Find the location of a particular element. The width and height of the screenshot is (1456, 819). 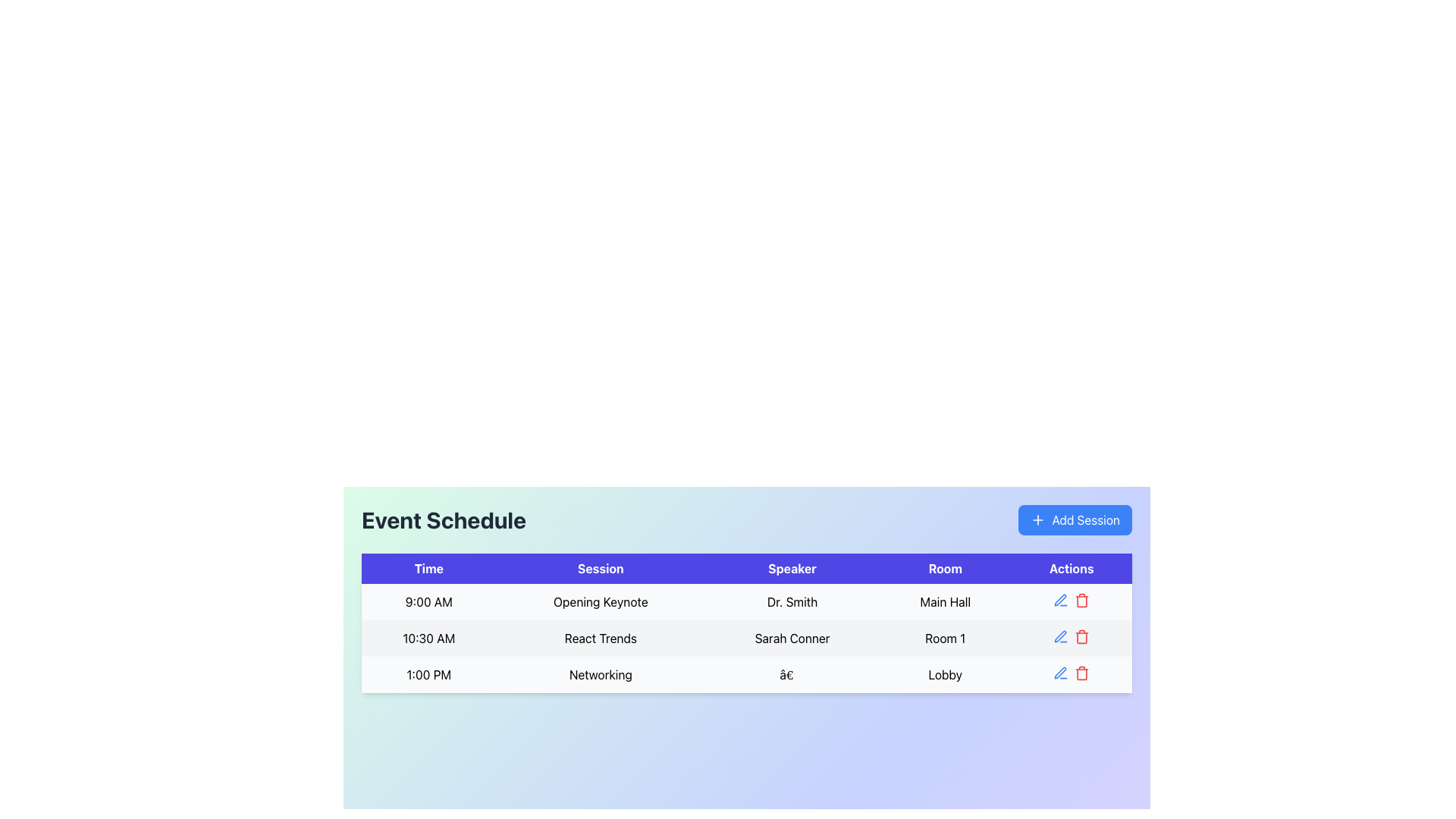

the group of interactive icons (pencil and trash can) for the '1:00 PM Networking—Lobby' event is located at coordinates (1071, 672).